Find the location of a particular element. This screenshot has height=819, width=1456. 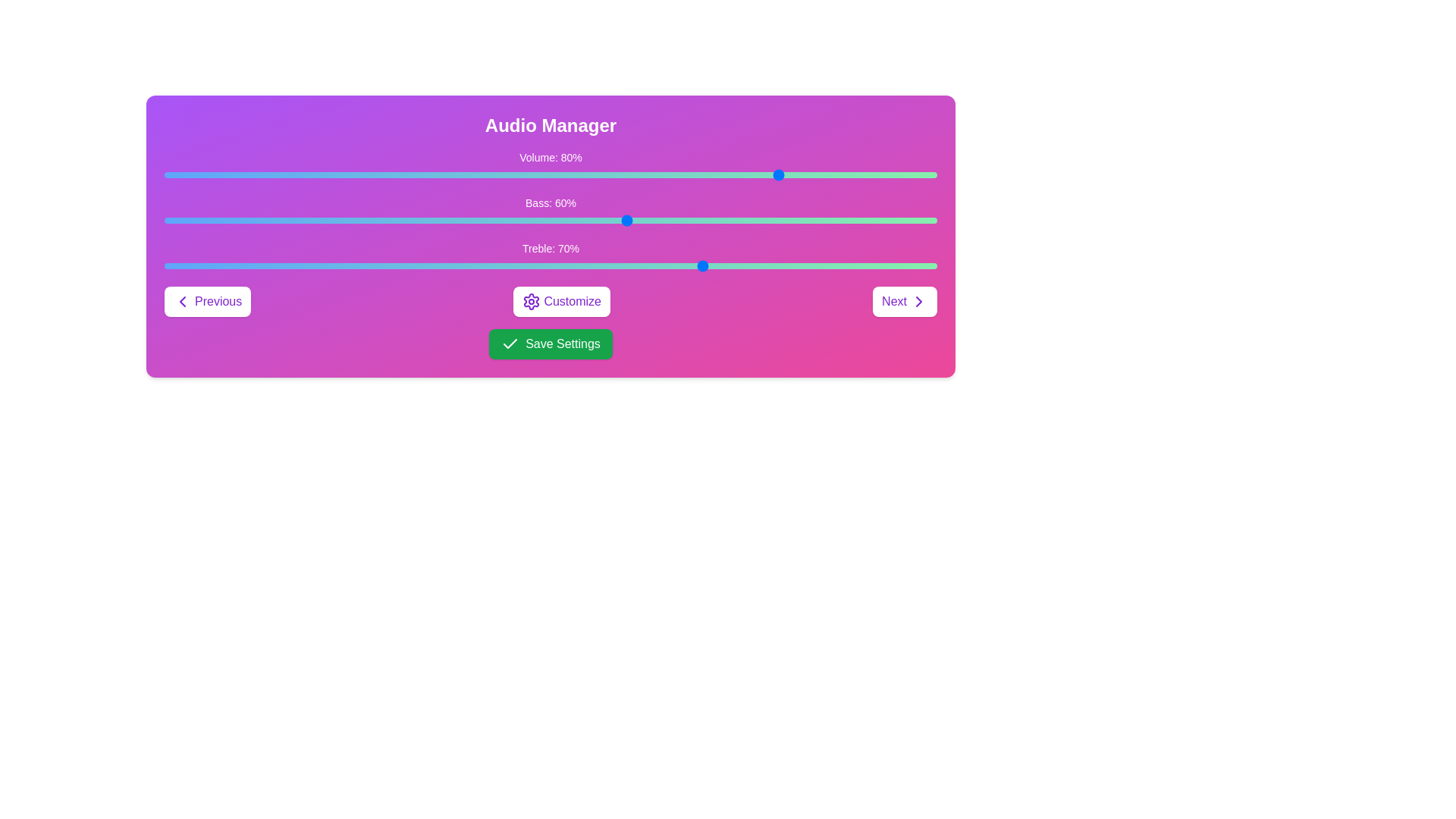

the slider value is located at coordinates (852, 174).